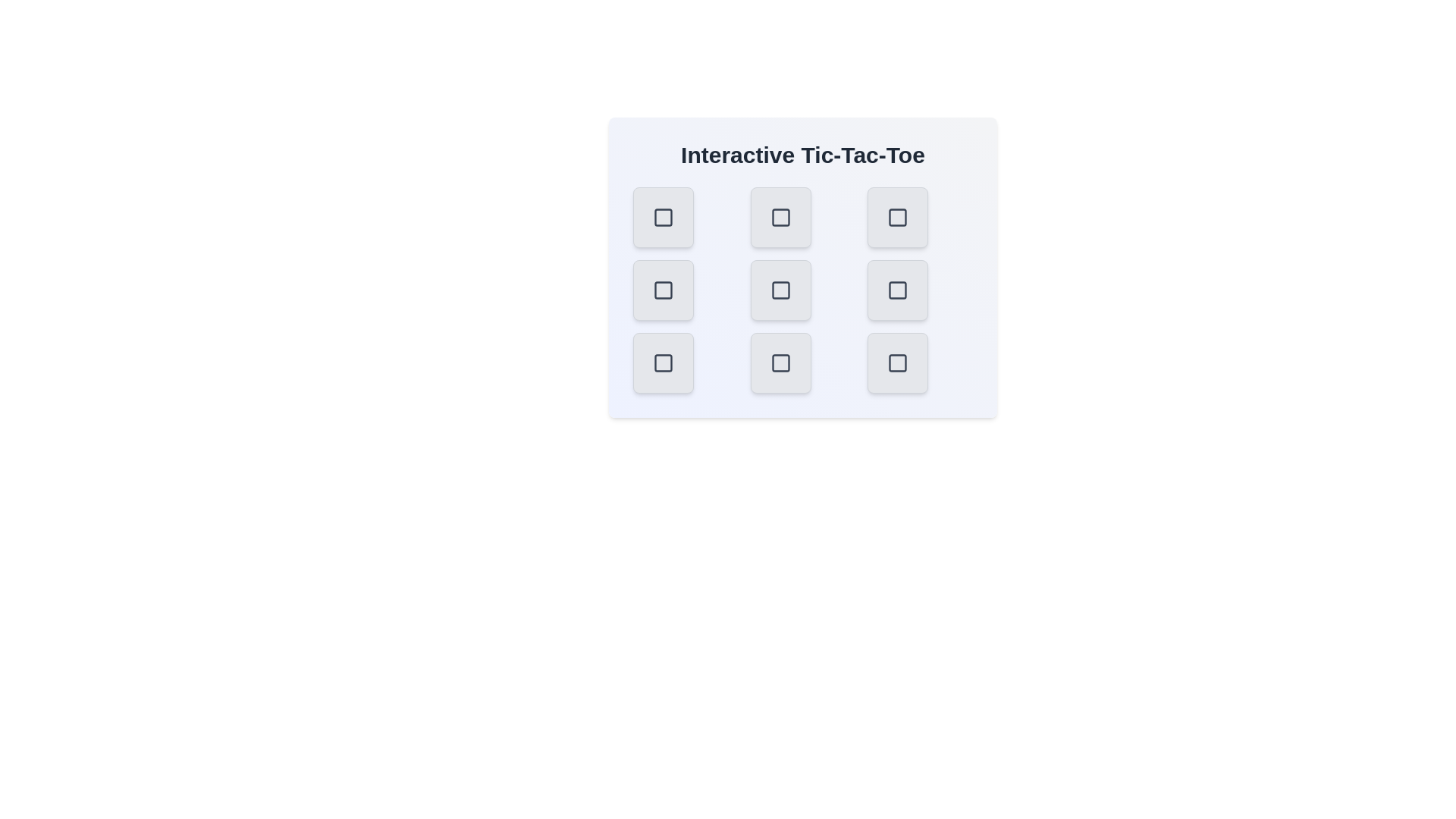  What do you see at coordinates (898, 290) in the screenshot?
I see `the button at middle-right` at bounding box center [898, 290].